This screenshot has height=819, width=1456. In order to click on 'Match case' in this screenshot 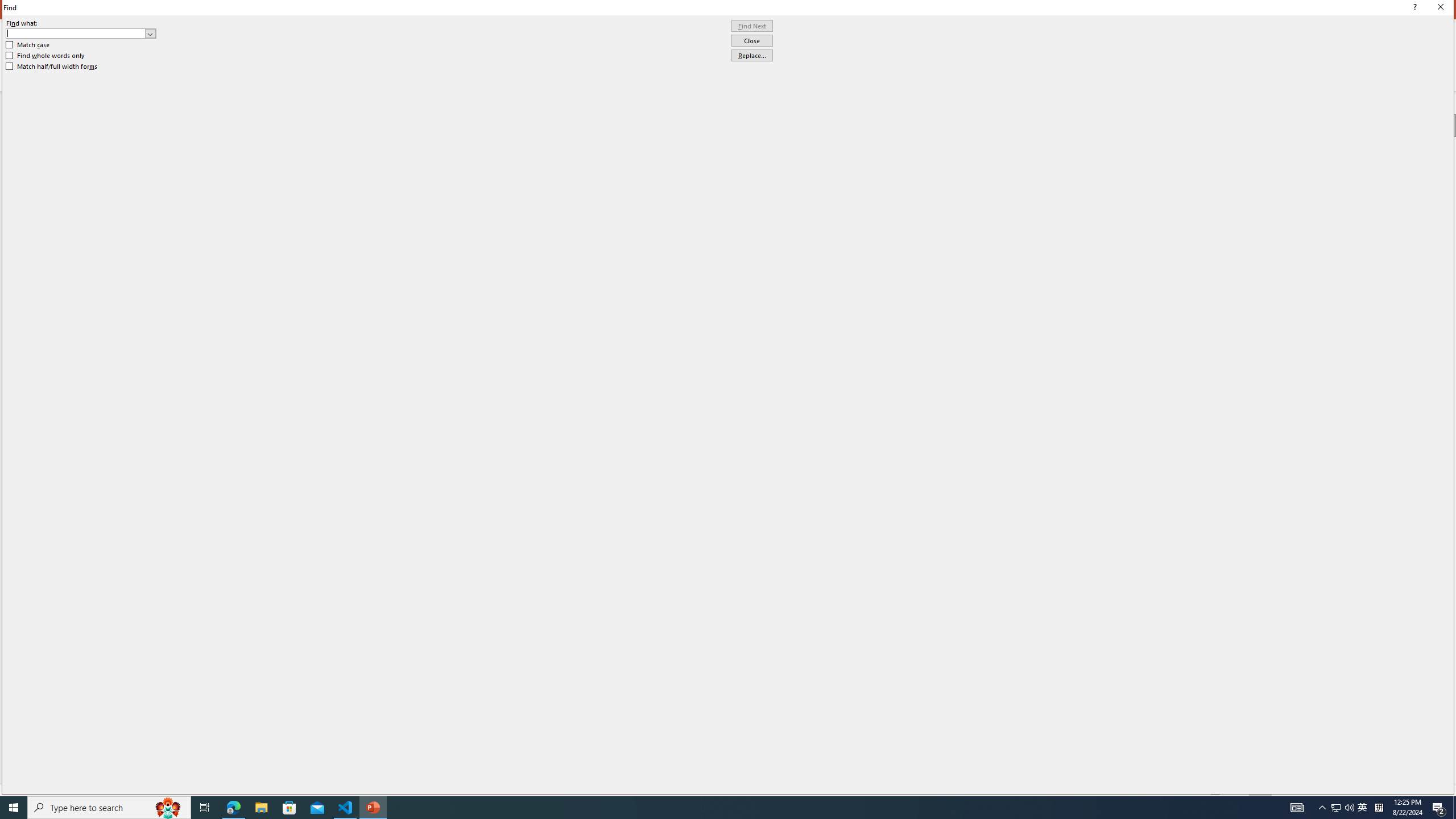, I will do `click(27, 44)`.